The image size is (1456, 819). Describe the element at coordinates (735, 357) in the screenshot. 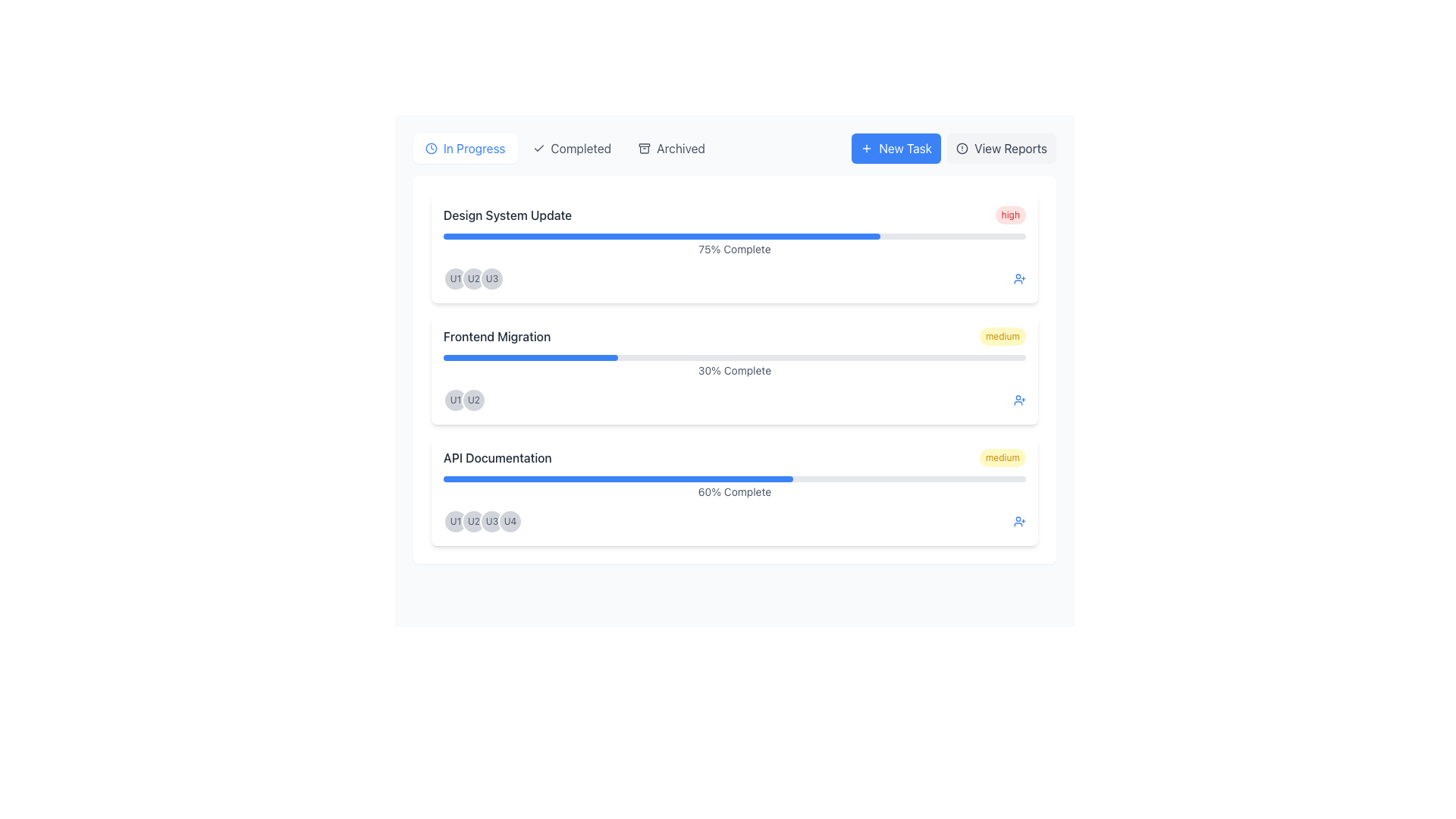

I see `the horizontal progress bar with a gray background and blue fill that indicates 30% completion, located in the 'Frontend Migration' section` at that location.